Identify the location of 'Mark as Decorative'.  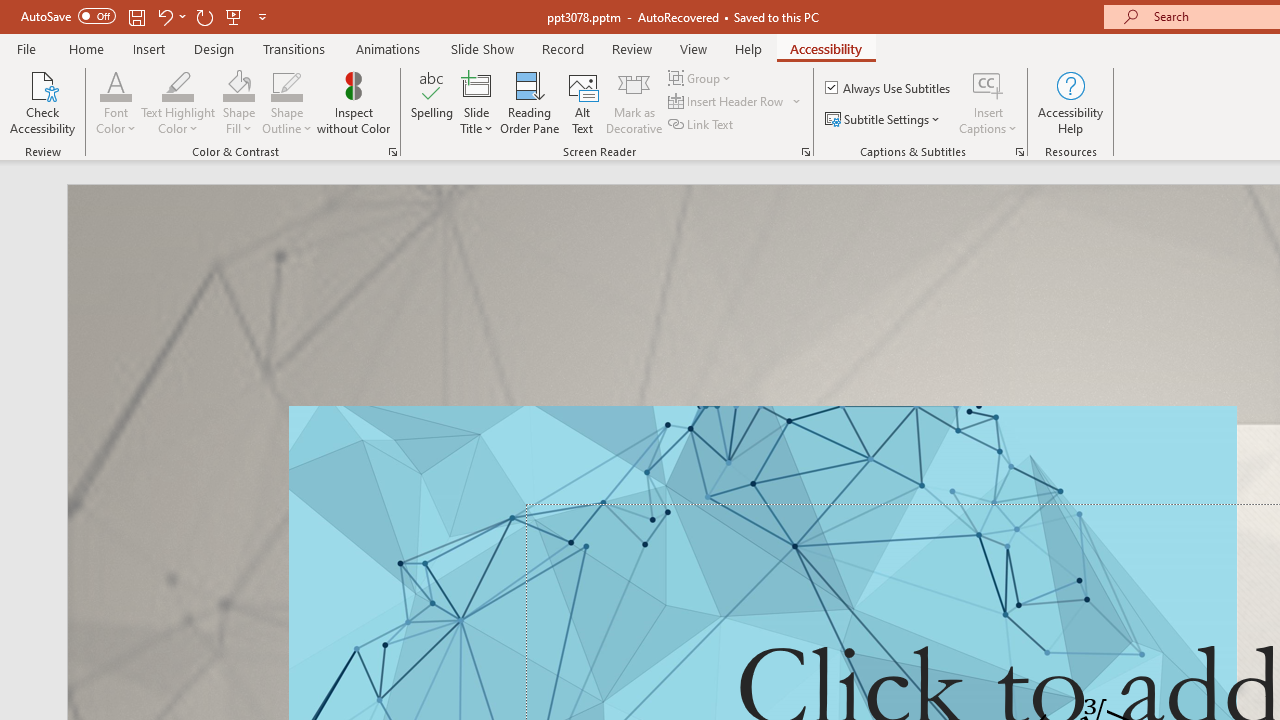
(633, 103).